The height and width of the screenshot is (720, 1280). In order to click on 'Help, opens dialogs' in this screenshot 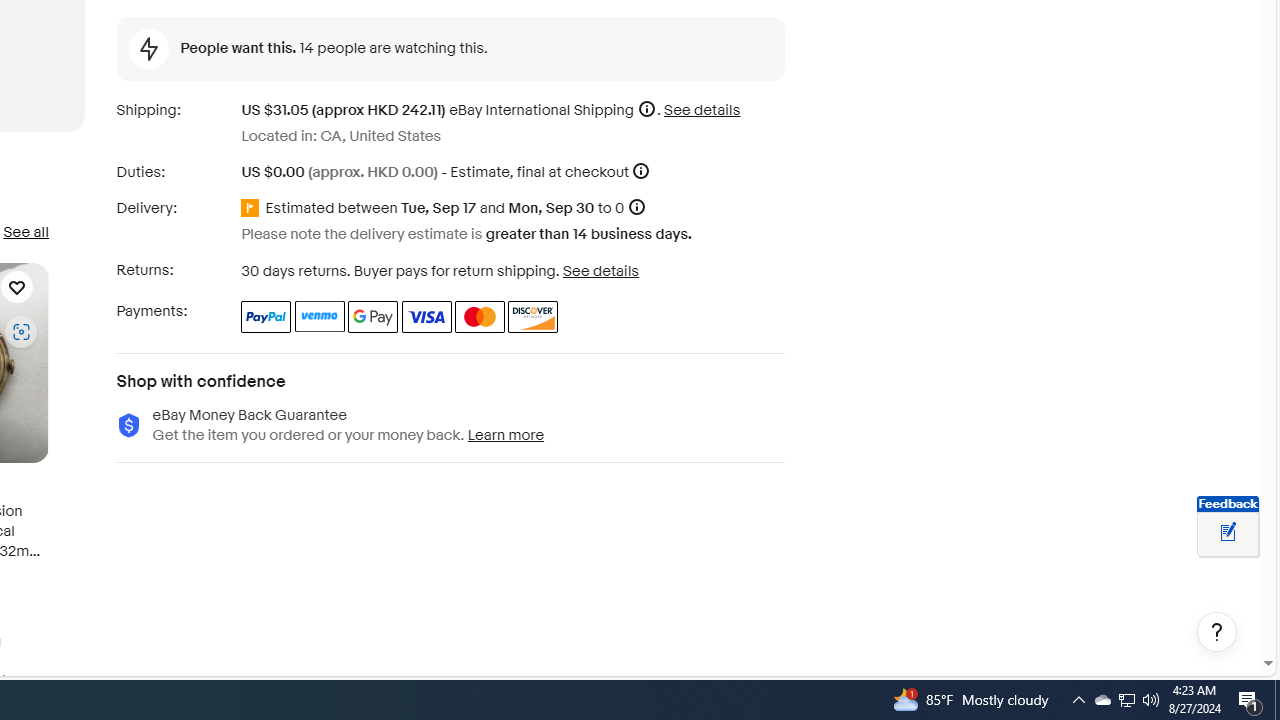, I will do `click(1216, 632)`.